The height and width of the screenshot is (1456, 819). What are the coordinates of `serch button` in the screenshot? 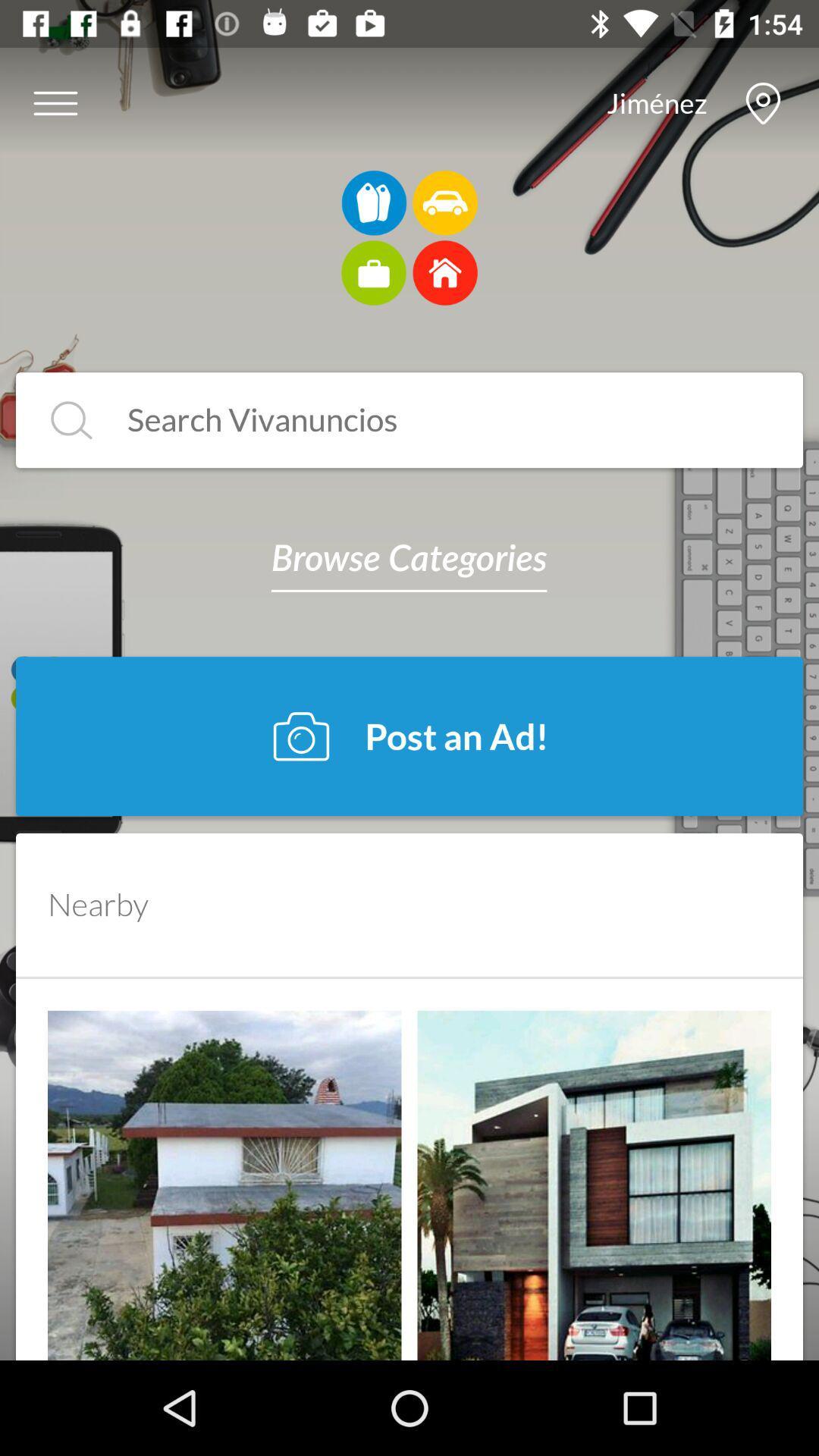 It's located at (71, 420).